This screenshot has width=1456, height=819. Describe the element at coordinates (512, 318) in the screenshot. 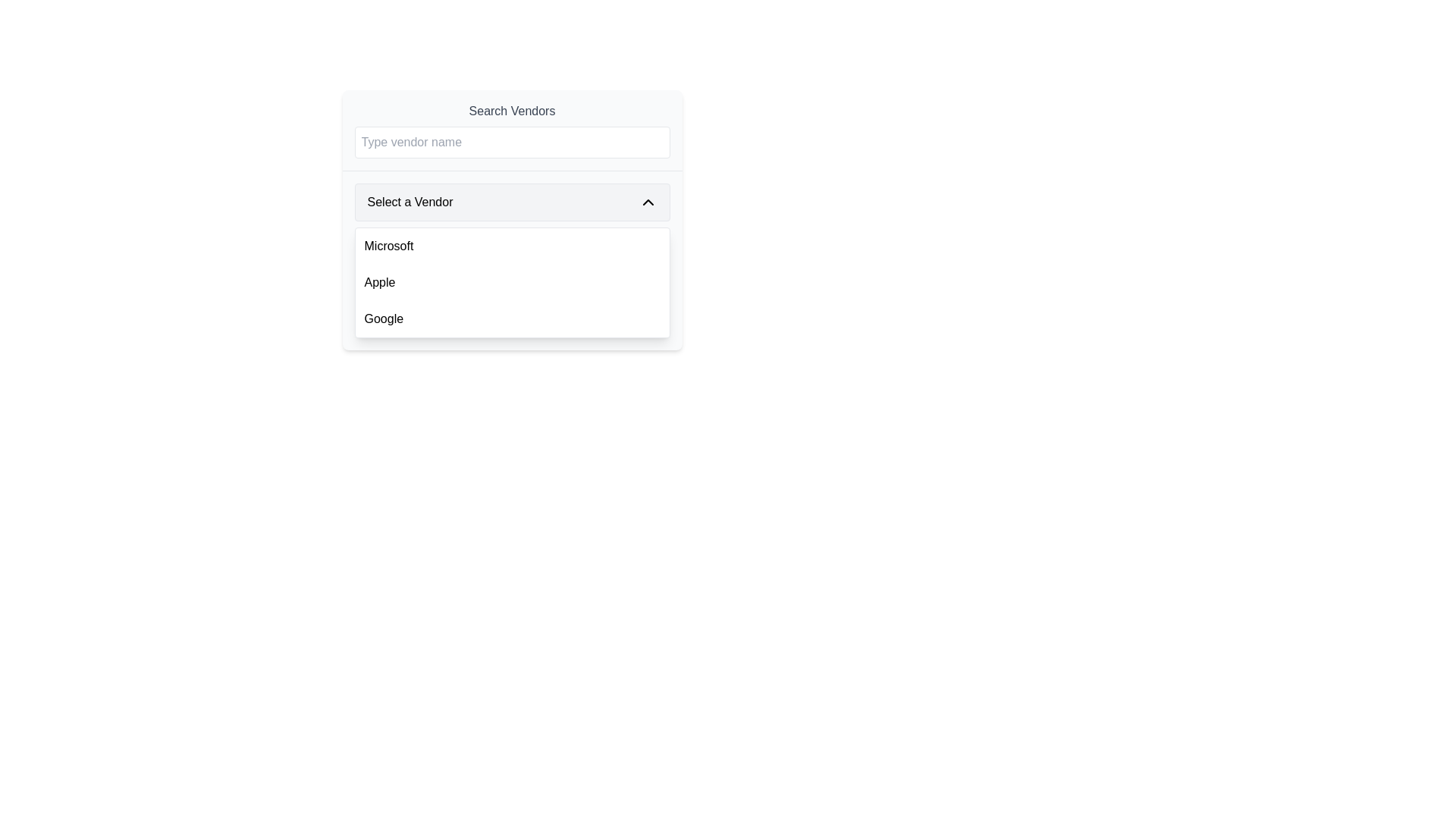

I see `the third selectable list item labeled 'Google' in the vertical list of options` at that location.